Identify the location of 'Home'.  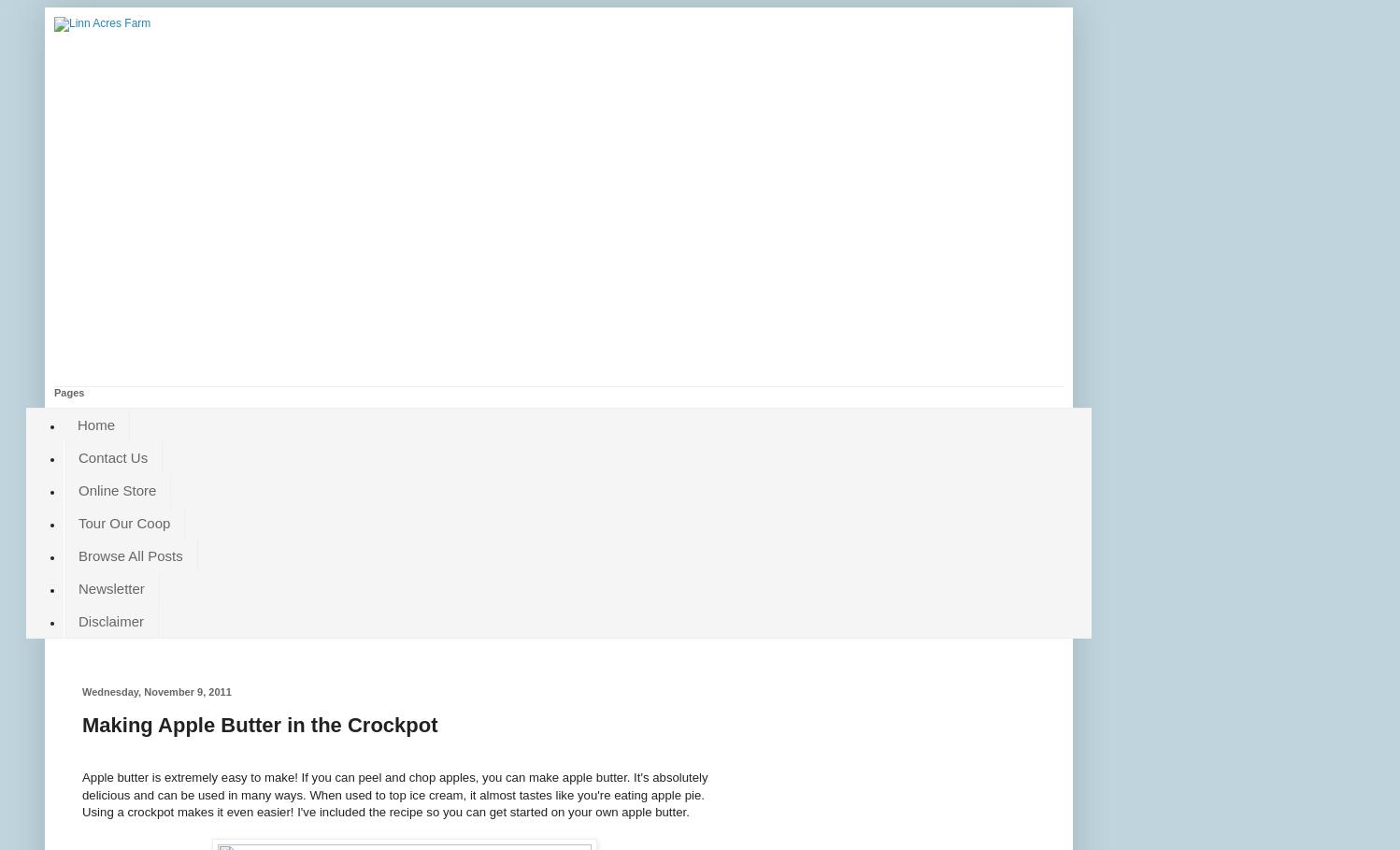
(95, 424).